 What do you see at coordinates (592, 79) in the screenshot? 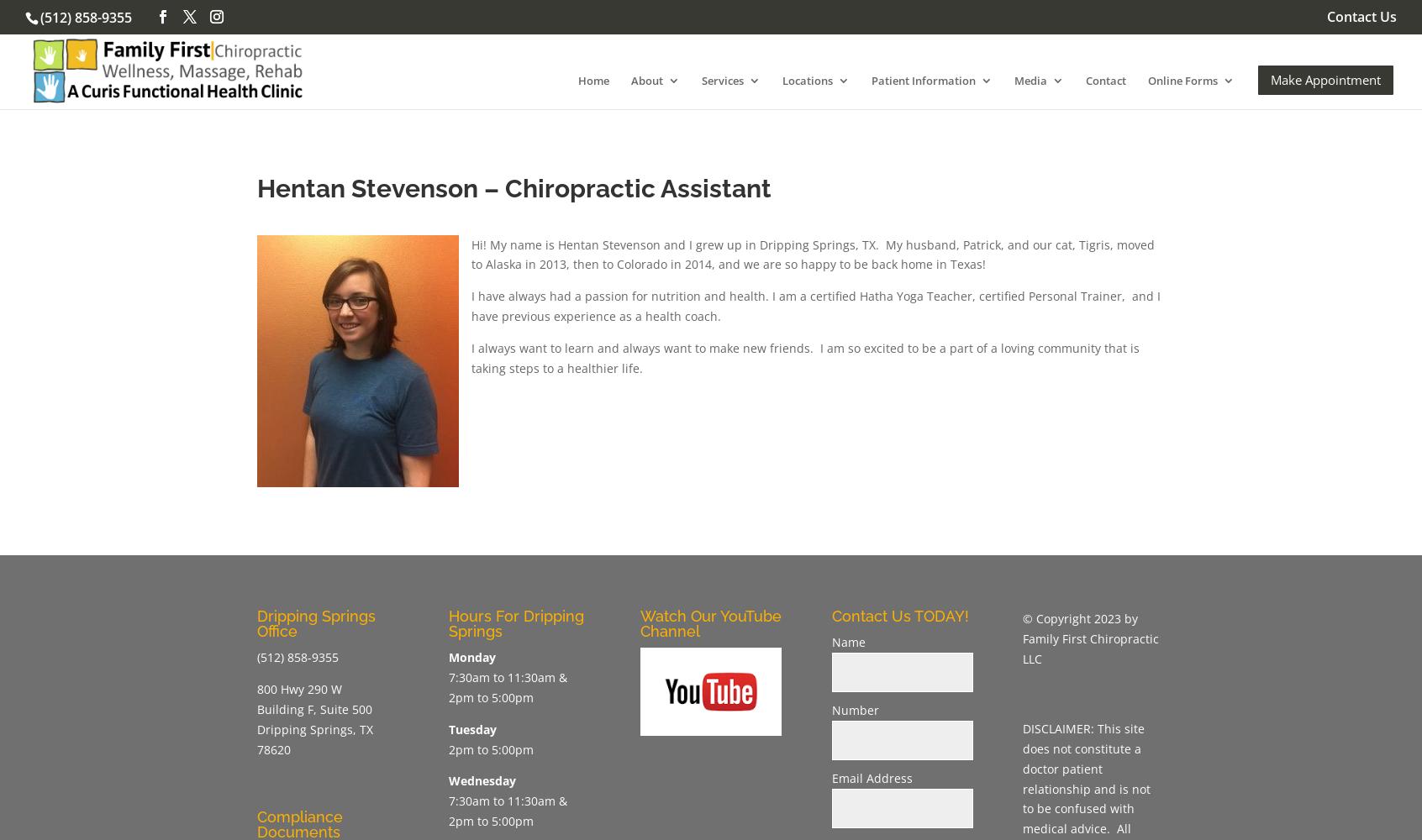
I see `'Home'` at bounding box center [592, 79].